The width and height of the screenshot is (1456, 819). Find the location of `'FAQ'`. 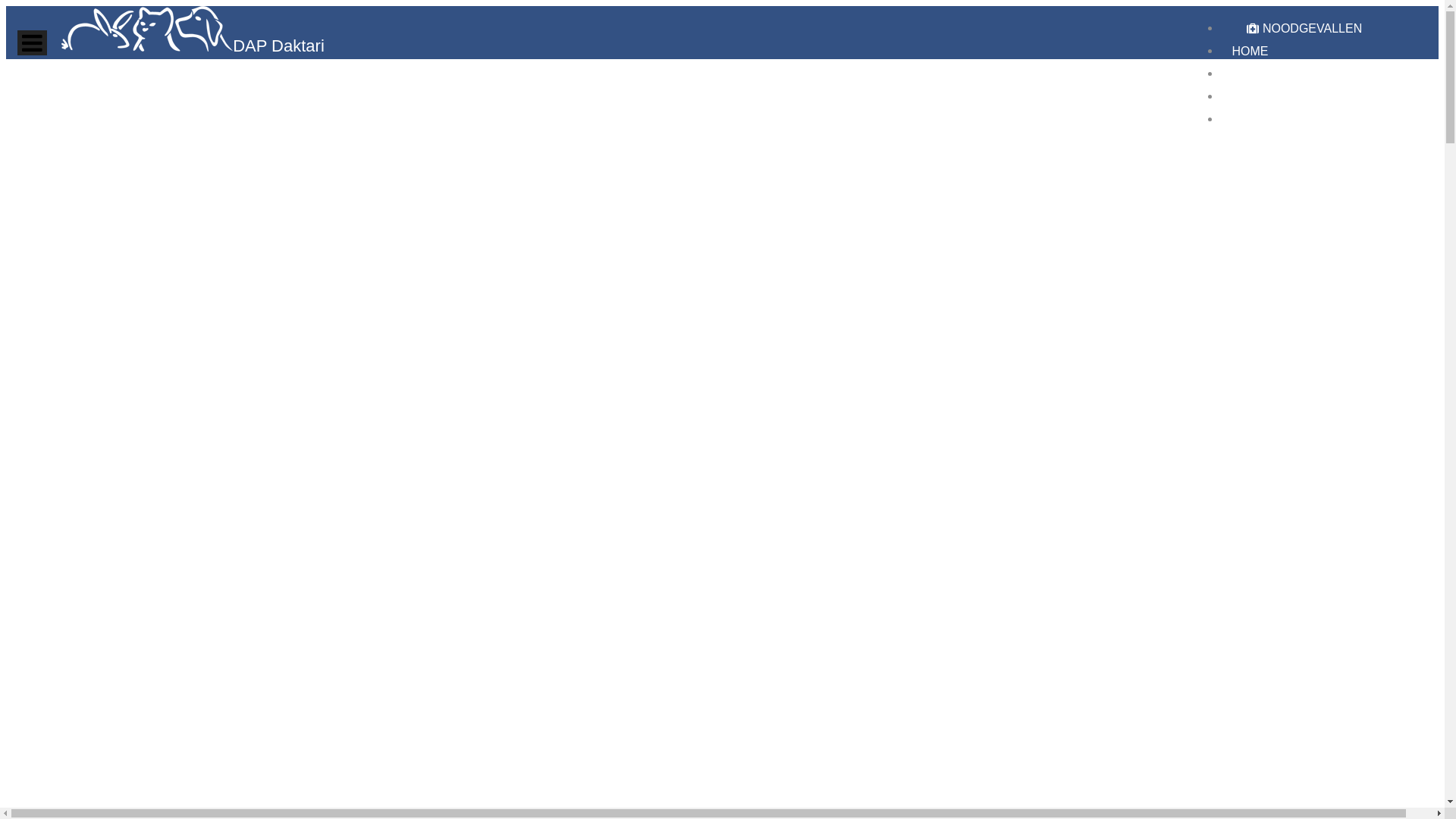

'FAQ' is located at coordinates (1244, 96).